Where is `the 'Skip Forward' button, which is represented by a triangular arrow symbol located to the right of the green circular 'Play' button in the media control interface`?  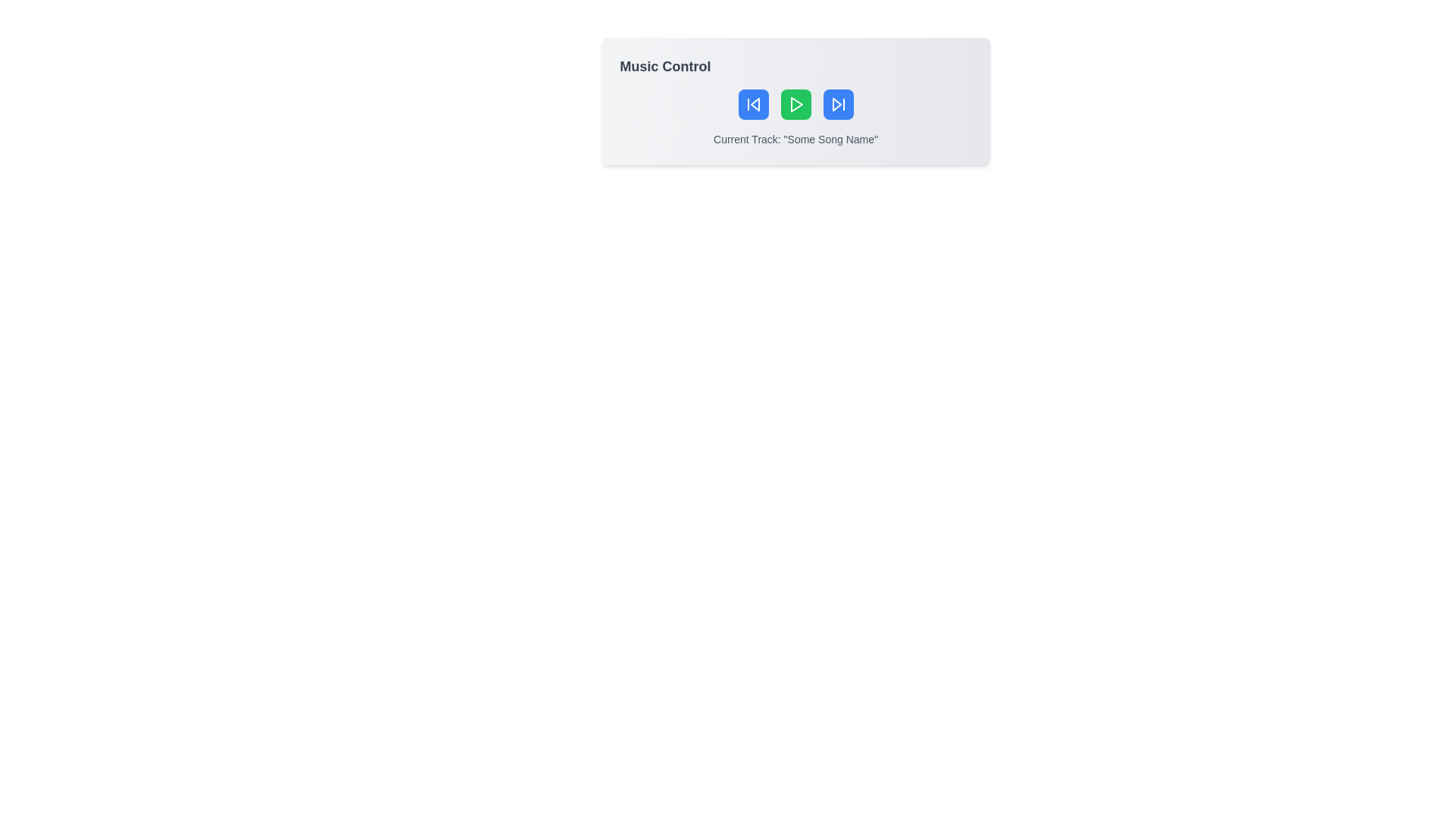 the 'Skip Forward' button, which is represented by a triangular arrow symbol located to the right of the green circular 'Play' button in the media control interface is located at coordinates (836, 104).